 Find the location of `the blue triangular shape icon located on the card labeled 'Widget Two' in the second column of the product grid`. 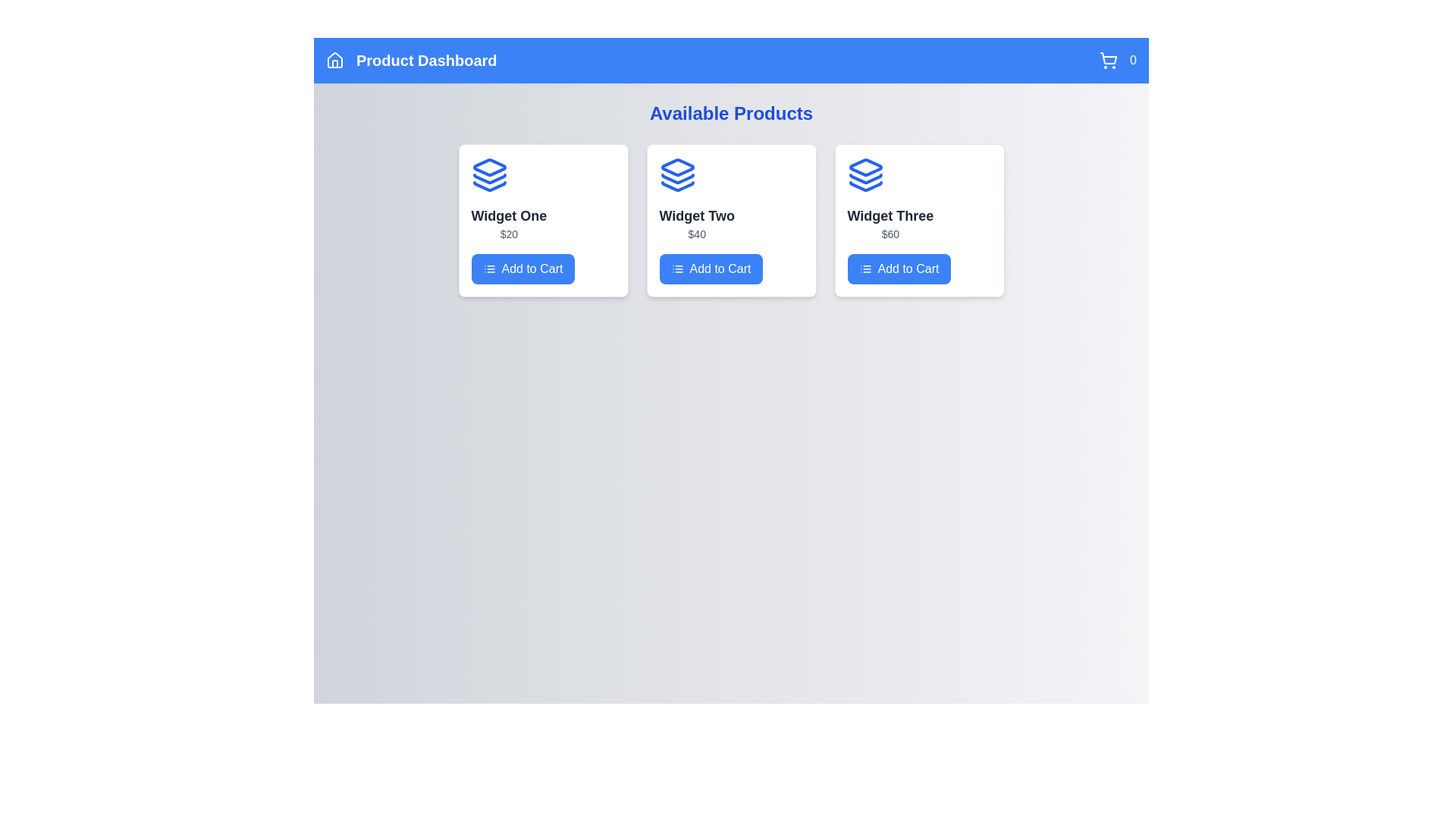

the blue triangular shape icon located on the card labeled 'Widget Two' in the second column of the product grid is located at coordinates (676, 186).